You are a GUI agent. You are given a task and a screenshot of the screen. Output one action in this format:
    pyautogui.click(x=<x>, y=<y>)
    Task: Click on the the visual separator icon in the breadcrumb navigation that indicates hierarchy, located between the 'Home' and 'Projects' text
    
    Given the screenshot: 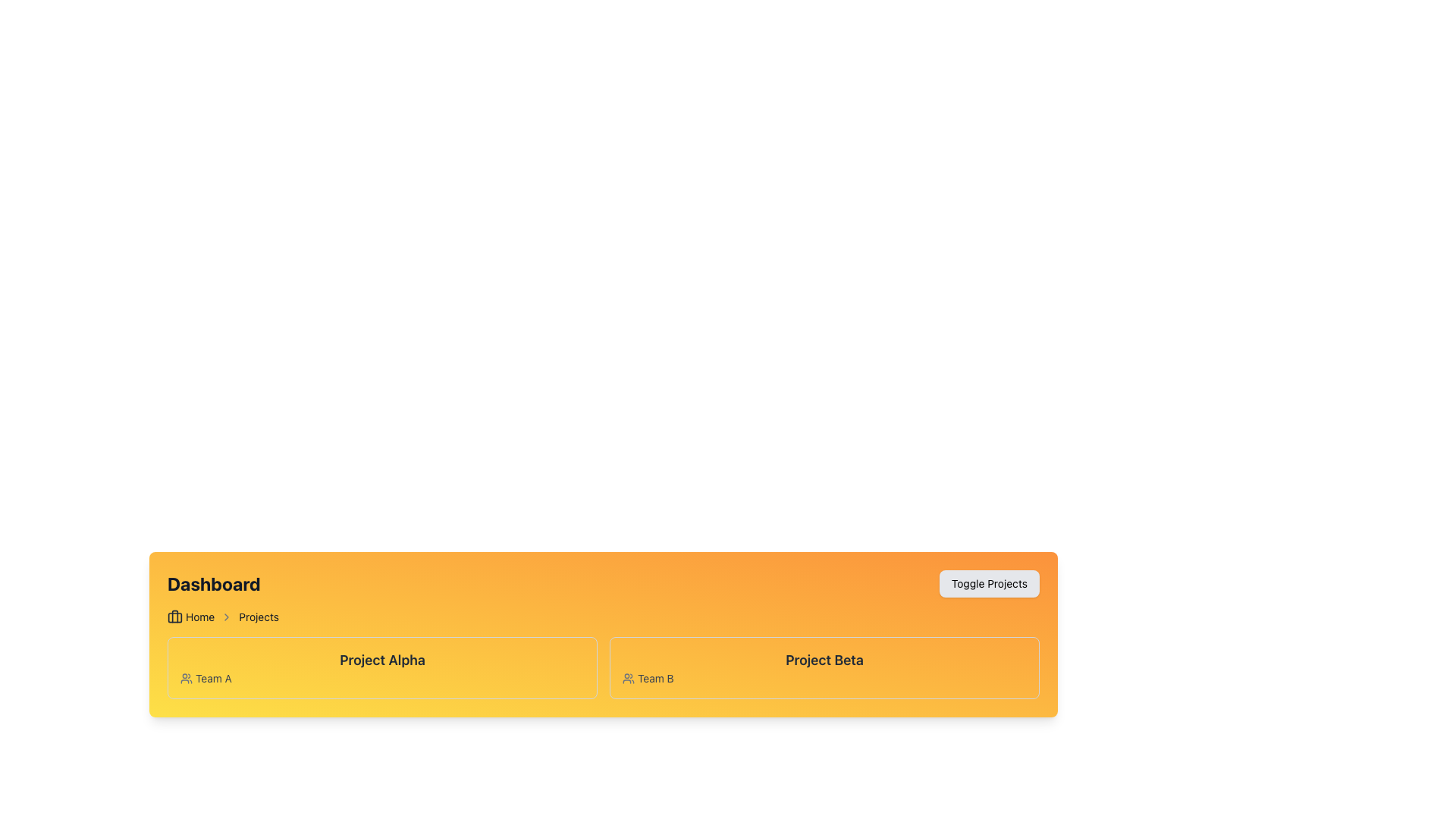 What is the action you would take?
    pyautogui.click(x=226, y=617)
    